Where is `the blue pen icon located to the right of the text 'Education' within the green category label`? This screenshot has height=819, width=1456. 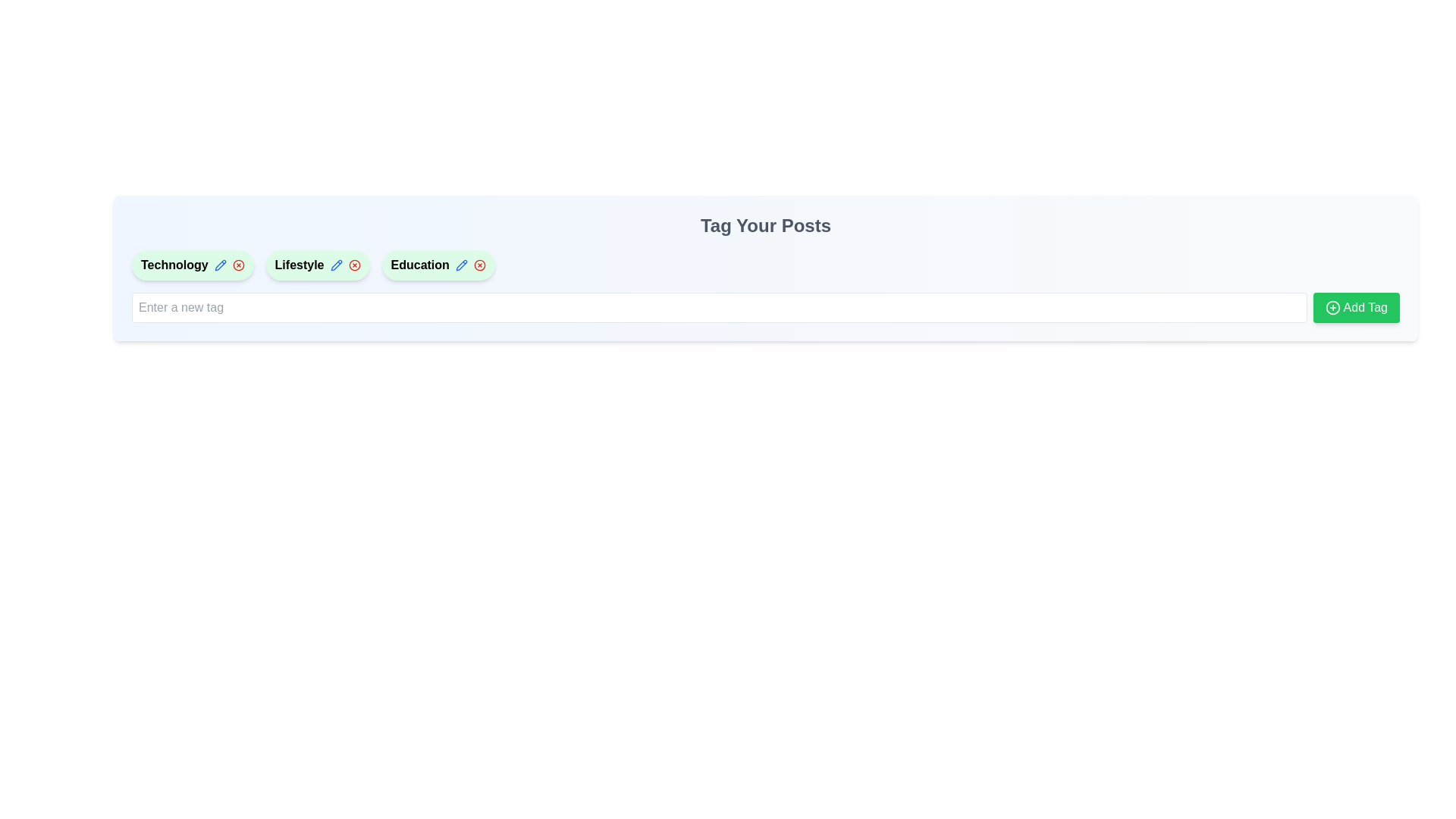
the blue pen icon located to the right of the text 'Education' within the green category label is located at coordinates (460, 265).